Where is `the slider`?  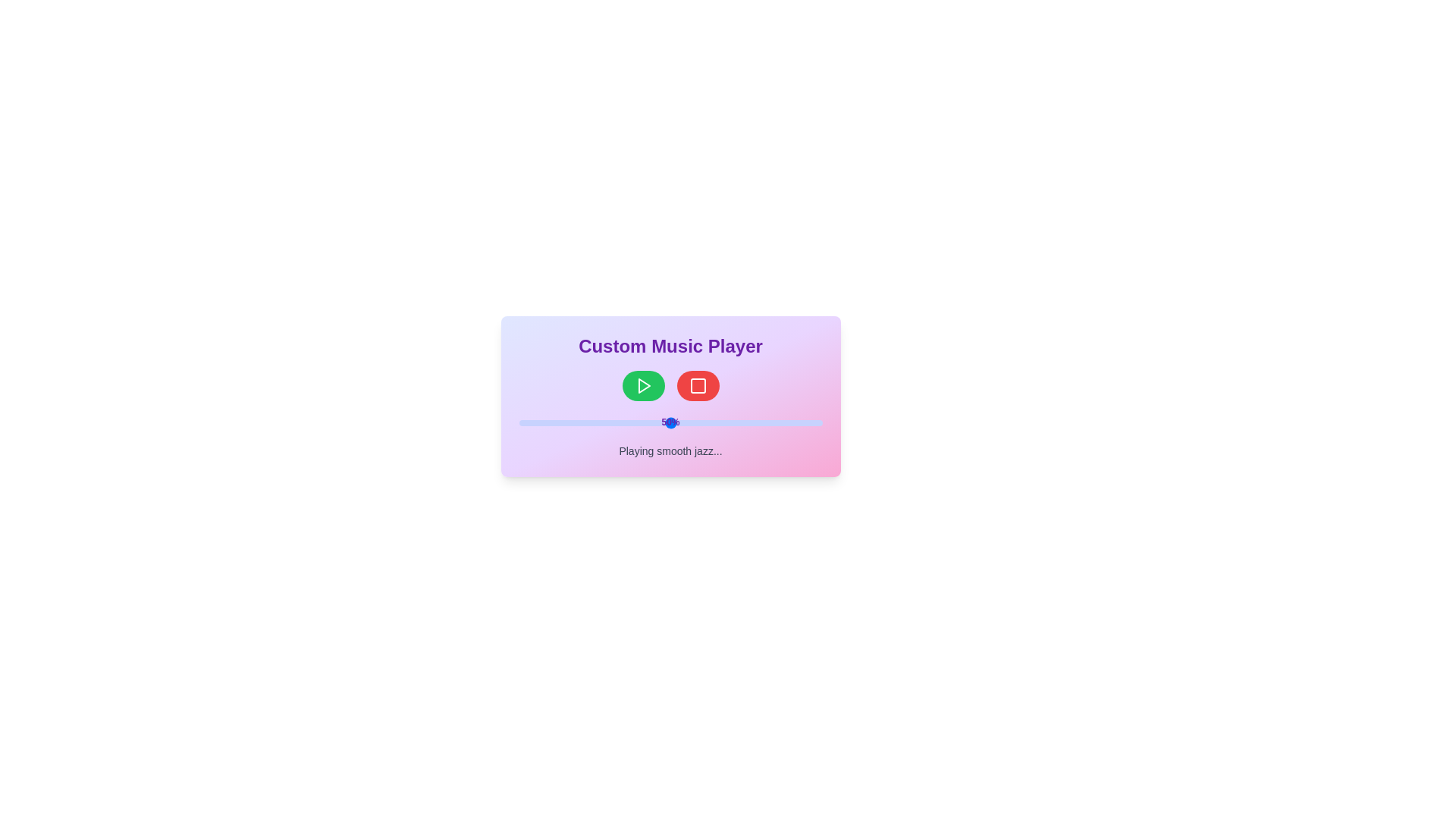
the slider is located at coordinates (761, 423).